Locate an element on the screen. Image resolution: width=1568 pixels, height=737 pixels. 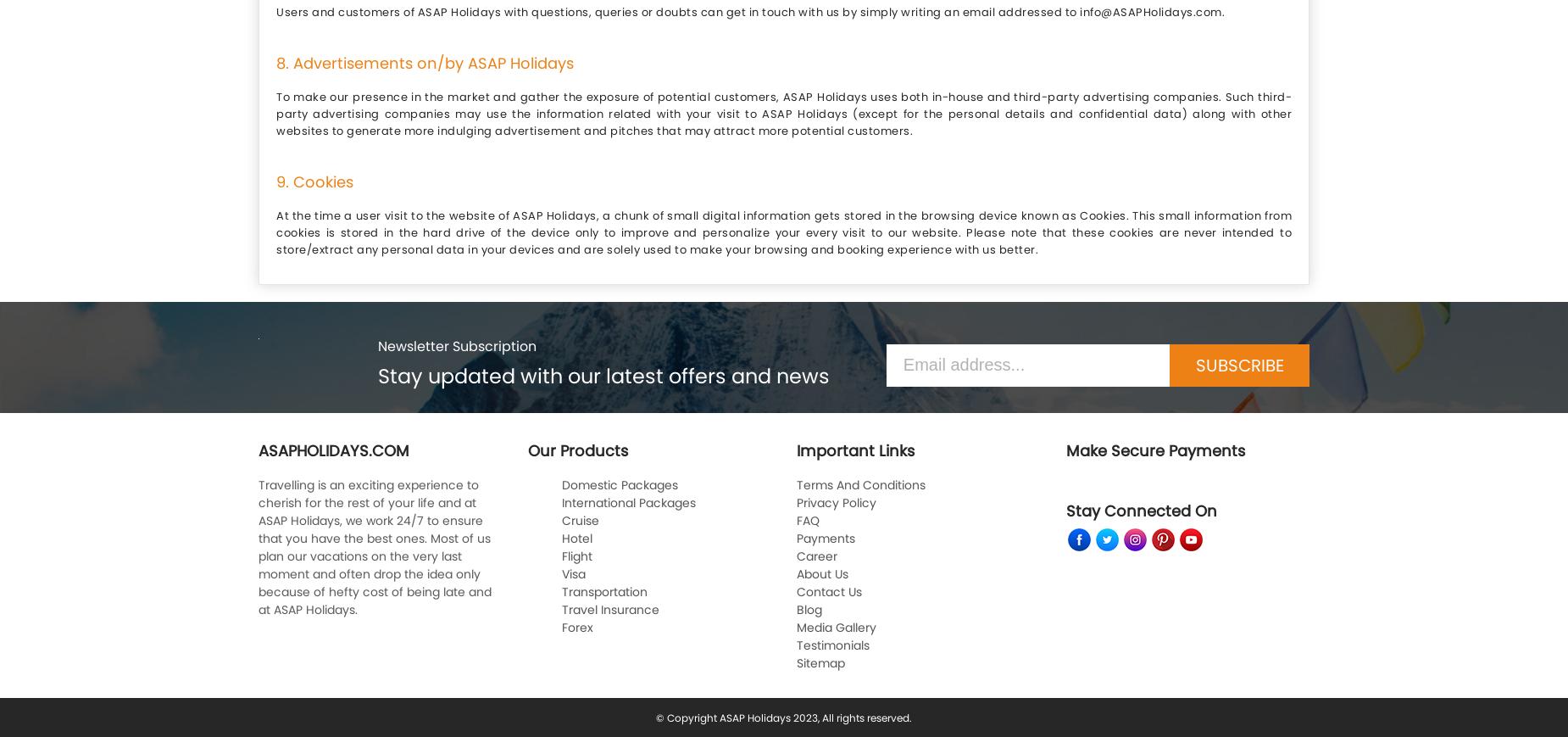
'About Us' is located at coordinates (821, 572).